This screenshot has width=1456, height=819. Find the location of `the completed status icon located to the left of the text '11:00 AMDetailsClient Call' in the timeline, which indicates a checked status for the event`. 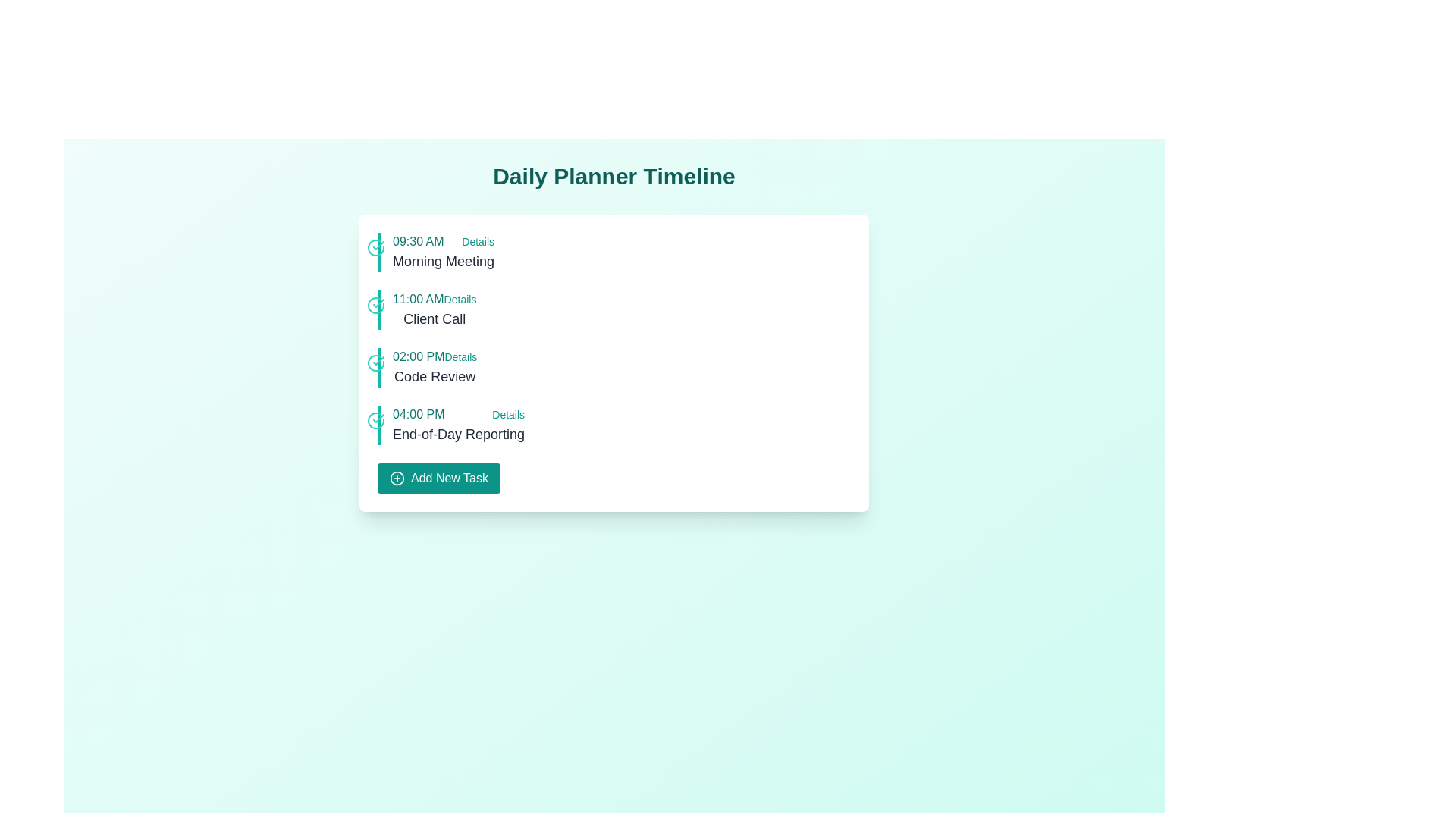

the completed status icon located to the left of the text '11:00 AMDetailsClient Call' in the timeline, which indicates a checked status for the event is located at coordinates (375, 305).